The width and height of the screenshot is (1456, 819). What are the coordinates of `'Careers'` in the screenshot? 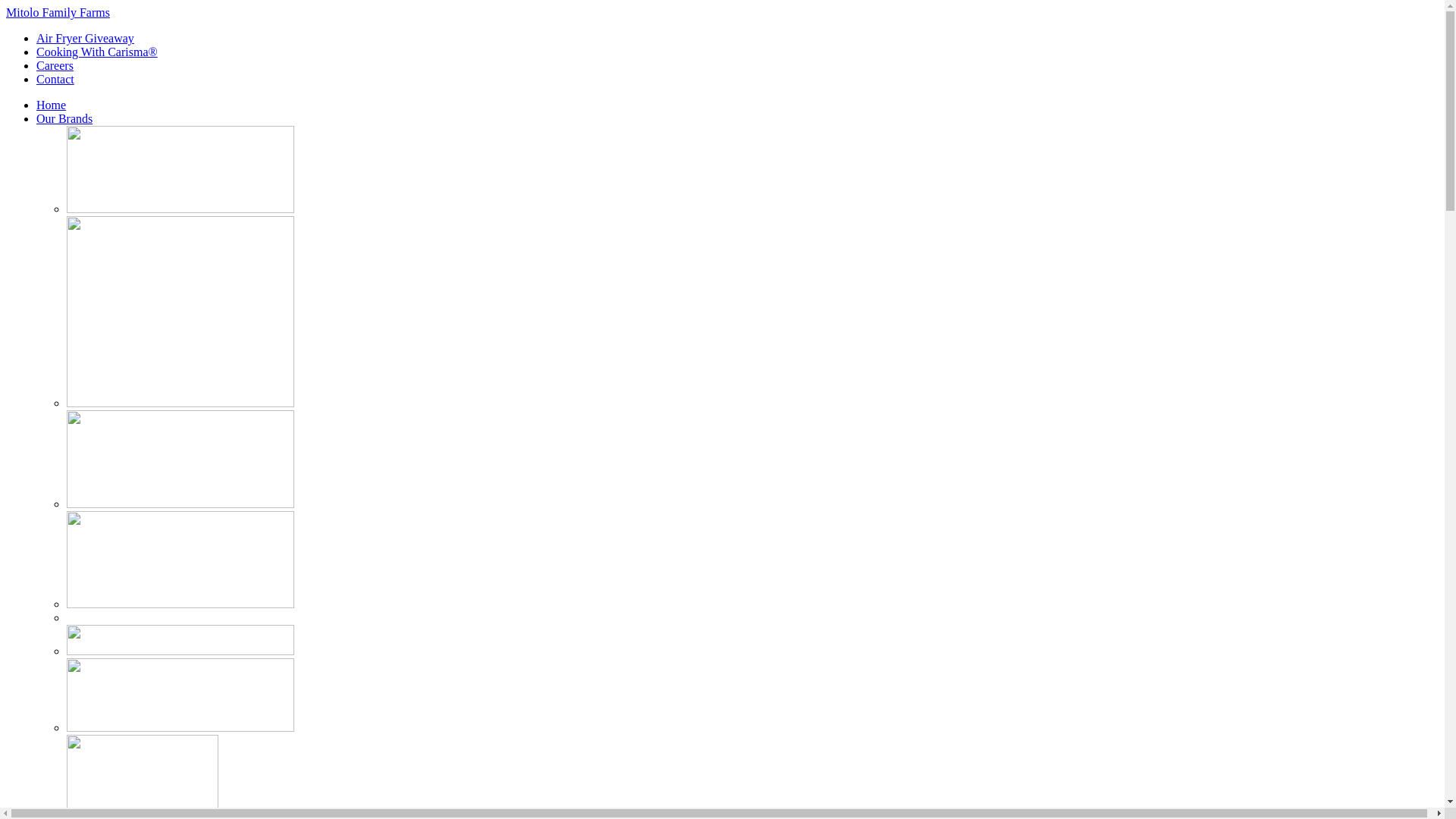 It's located at (55, 64).